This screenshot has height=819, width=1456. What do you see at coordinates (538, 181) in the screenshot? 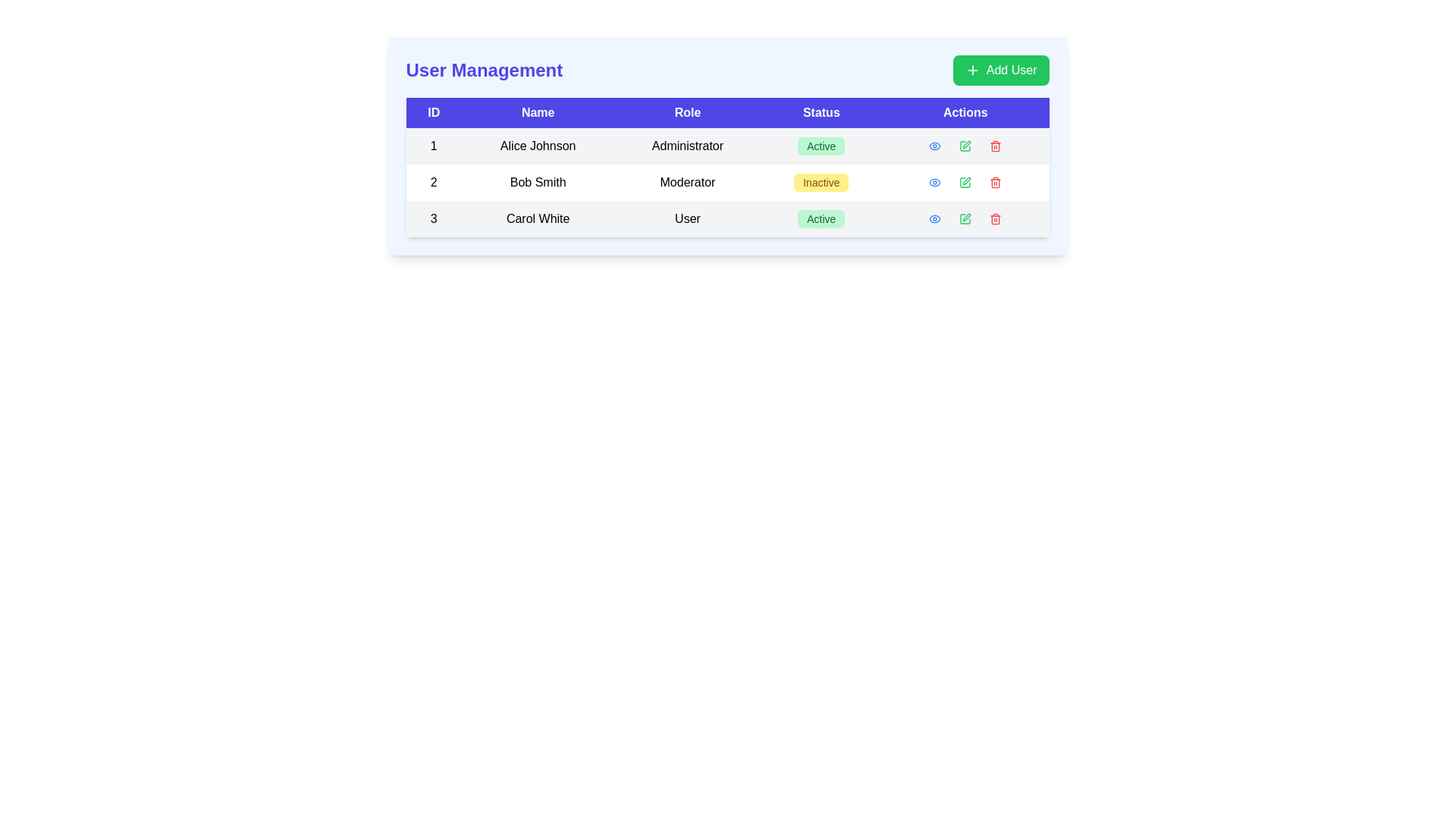
I see `the text label displaying the user's name located in the second row of the user management table under the 'Name' column, adjacent to the 'Moderator' role and 'Inactive' status to check for interaction effects` at bounding box center [538, 181].